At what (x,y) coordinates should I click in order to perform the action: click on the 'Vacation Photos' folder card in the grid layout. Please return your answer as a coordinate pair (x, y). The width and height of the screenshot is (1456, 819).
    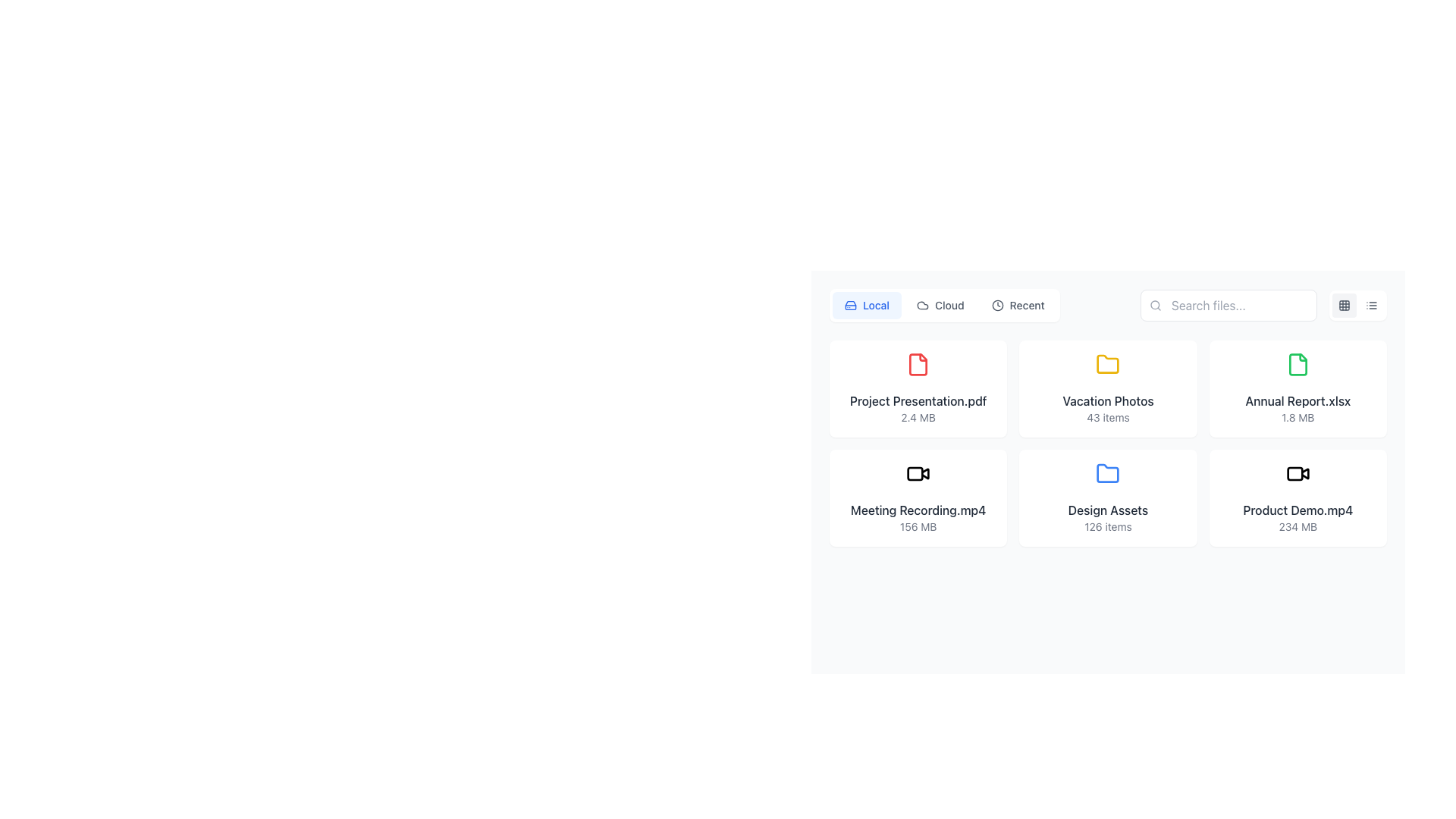
    Looking at the image, I should click on (1108, 388).